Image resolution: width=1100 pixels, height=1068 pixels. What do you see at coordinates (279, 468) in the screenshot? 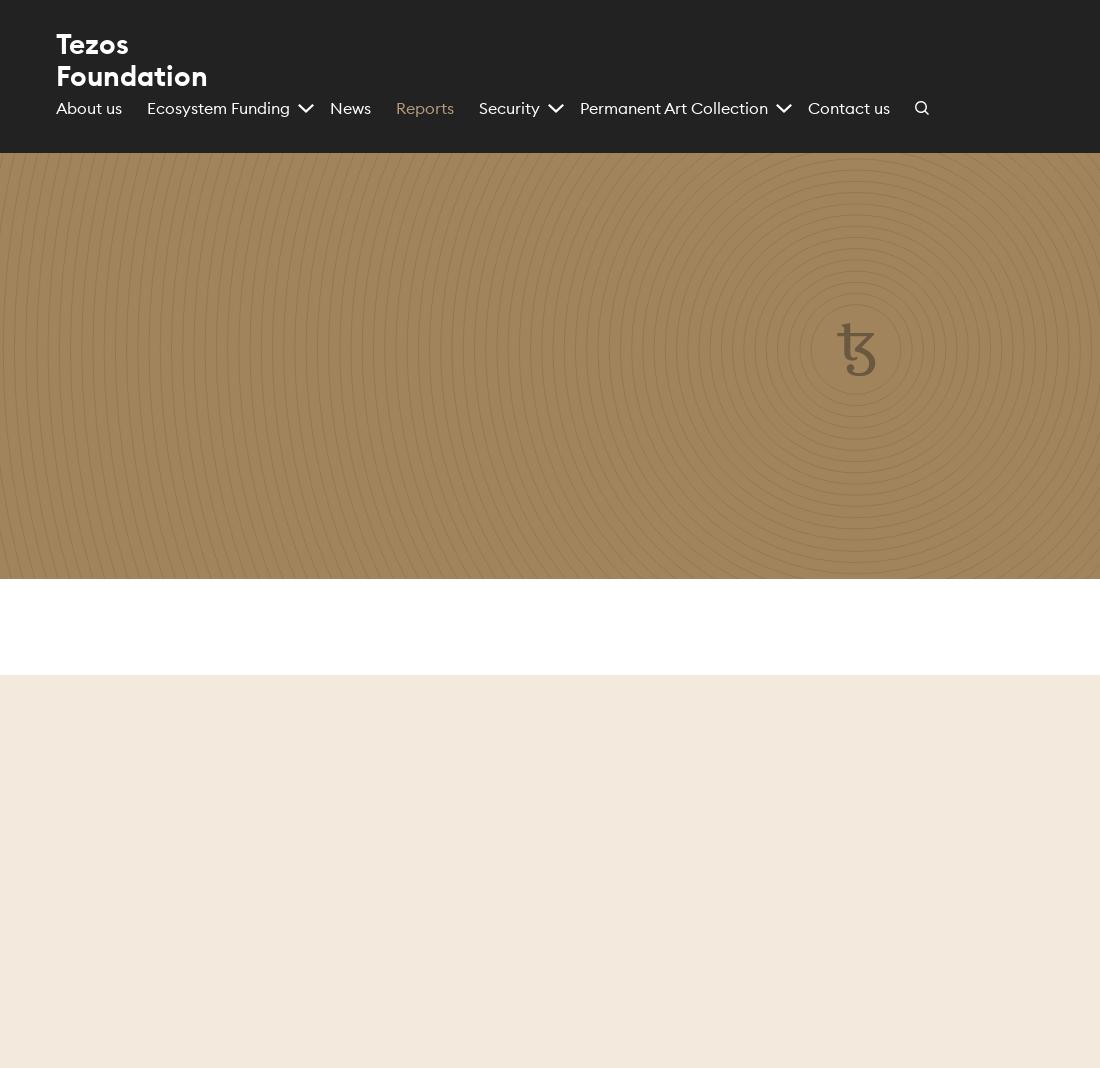
I see `'Our reports provide insights and an overview of the Foundation’s activities. Twice a year, we issue a Biannual Update that covers our activities during the last few months.'` at bounding box center [279, 468].